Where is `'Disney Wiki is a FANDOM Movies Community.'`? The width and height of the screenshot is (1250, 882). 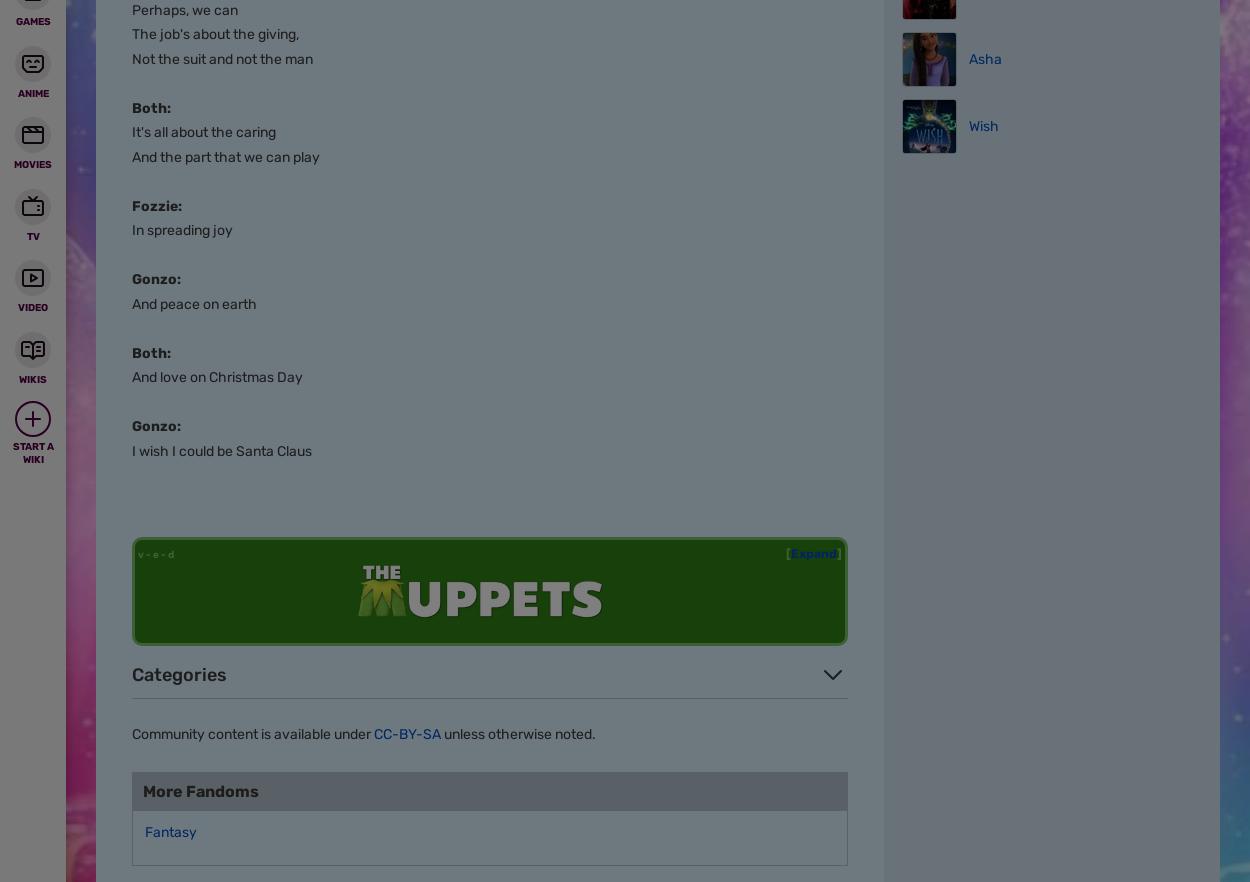
'Disney Wiki is a FANDOM Movies Community.' is located at coordinates (658, 320).